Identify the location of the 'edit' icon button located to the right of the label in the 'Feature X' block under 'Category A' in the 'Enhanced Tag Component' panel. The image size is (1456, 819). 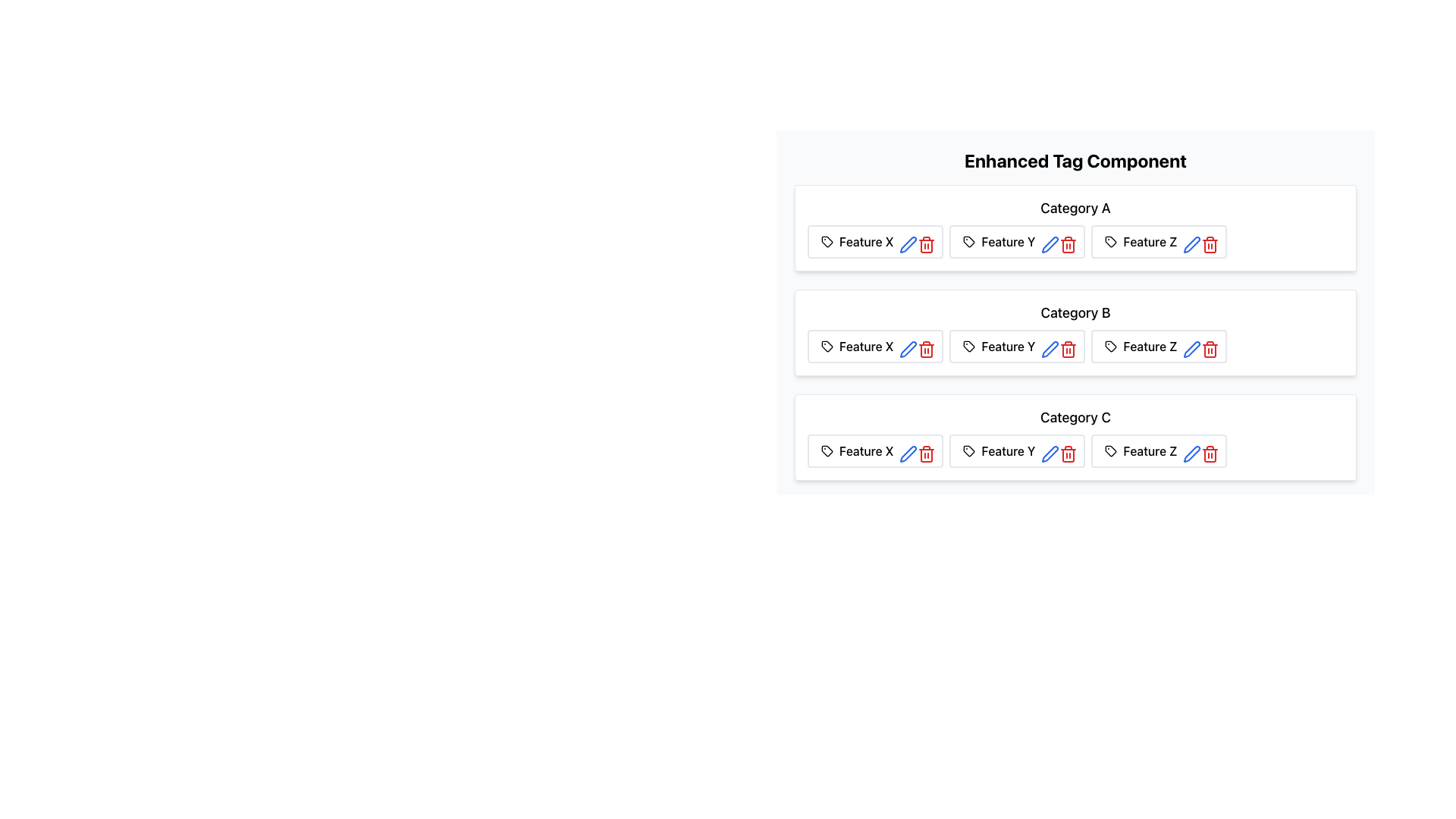
(908, 244).